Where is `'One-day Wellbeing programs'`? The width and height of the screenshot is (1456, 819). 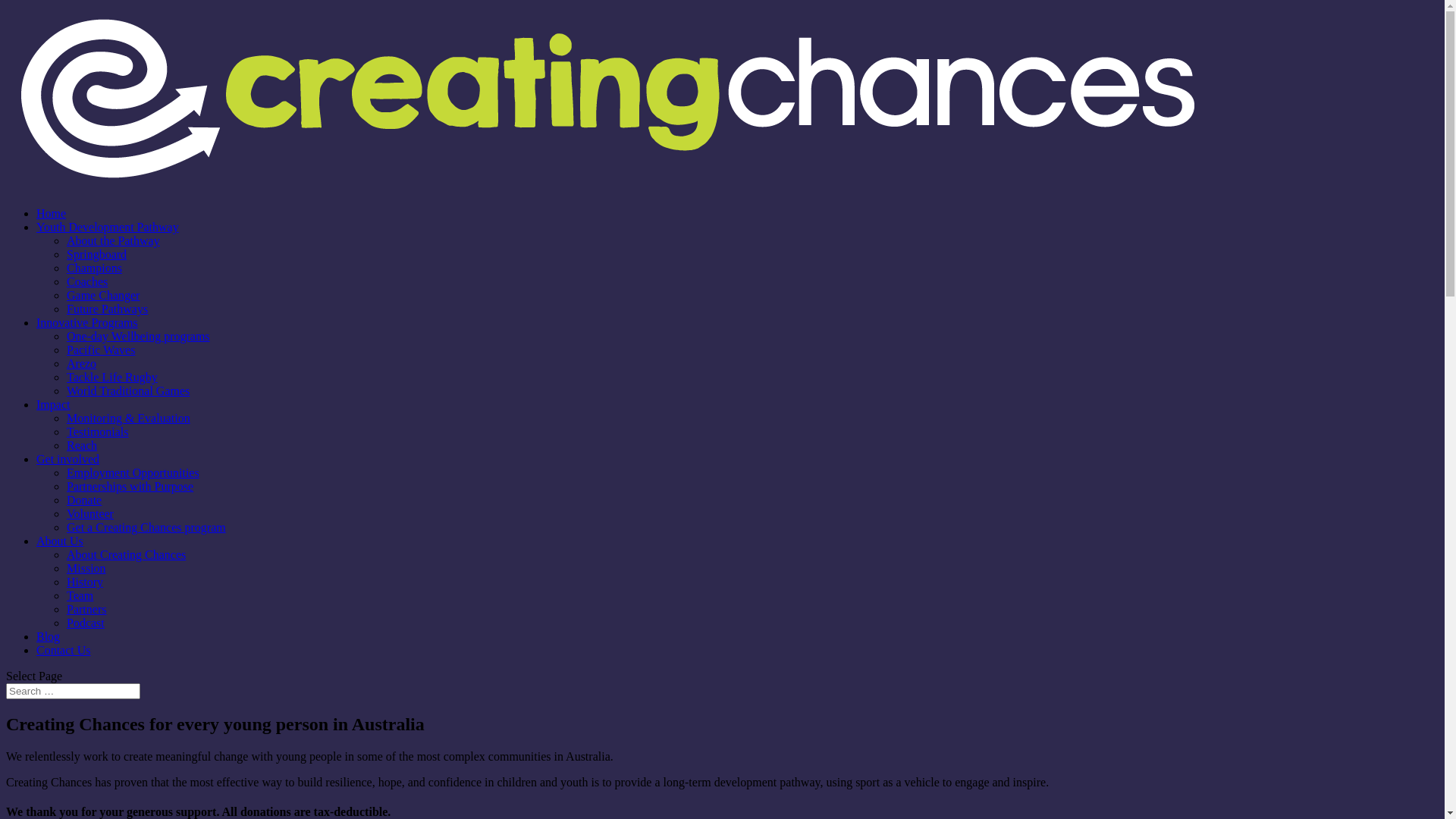
'One-day Wellbeing programs' is located at coordinates (138, 335).